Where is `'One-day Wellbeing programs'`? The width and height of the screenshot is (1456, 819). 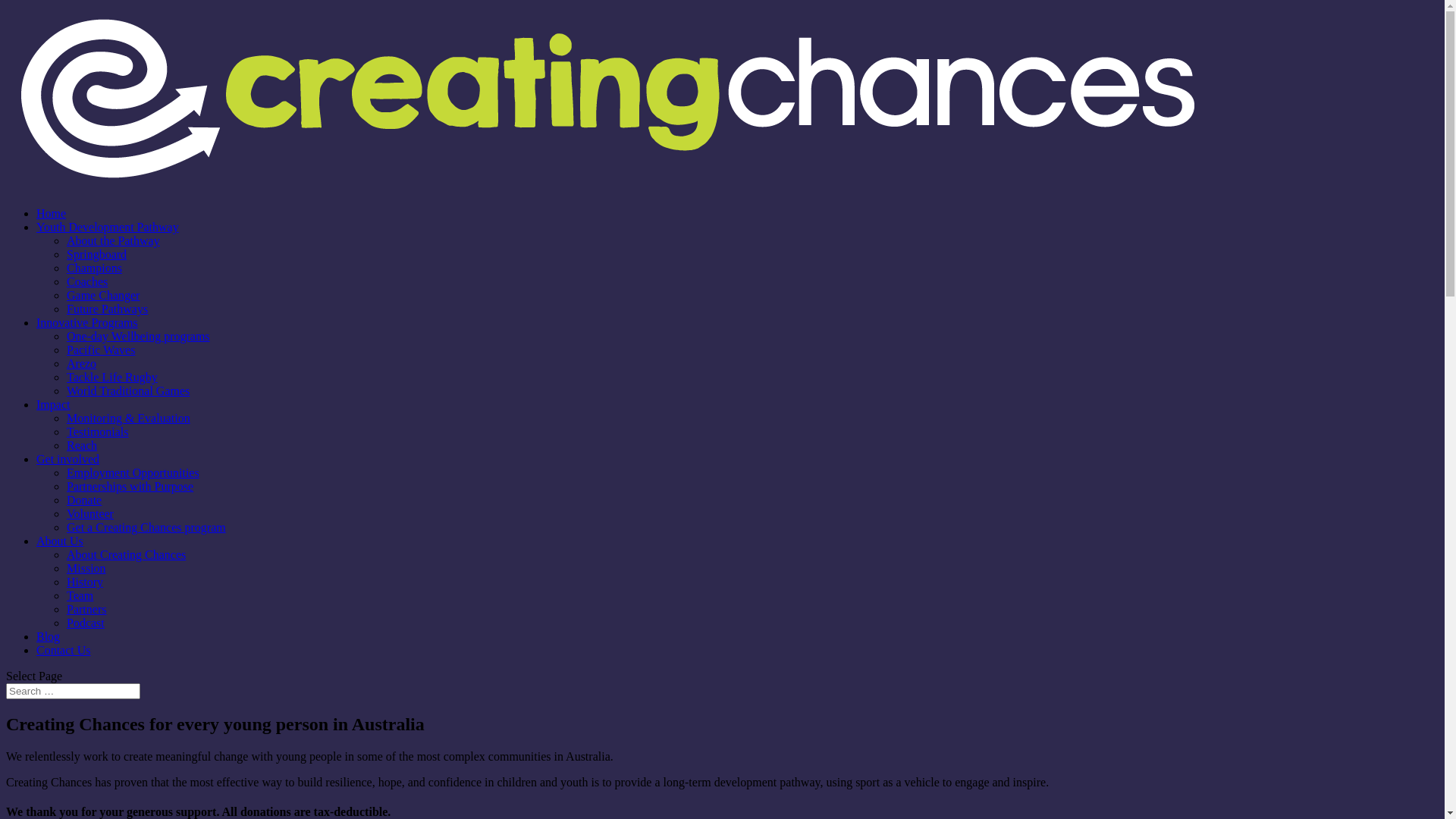
'One-day Wellbeing programs' is located at coordinates (138, 335).